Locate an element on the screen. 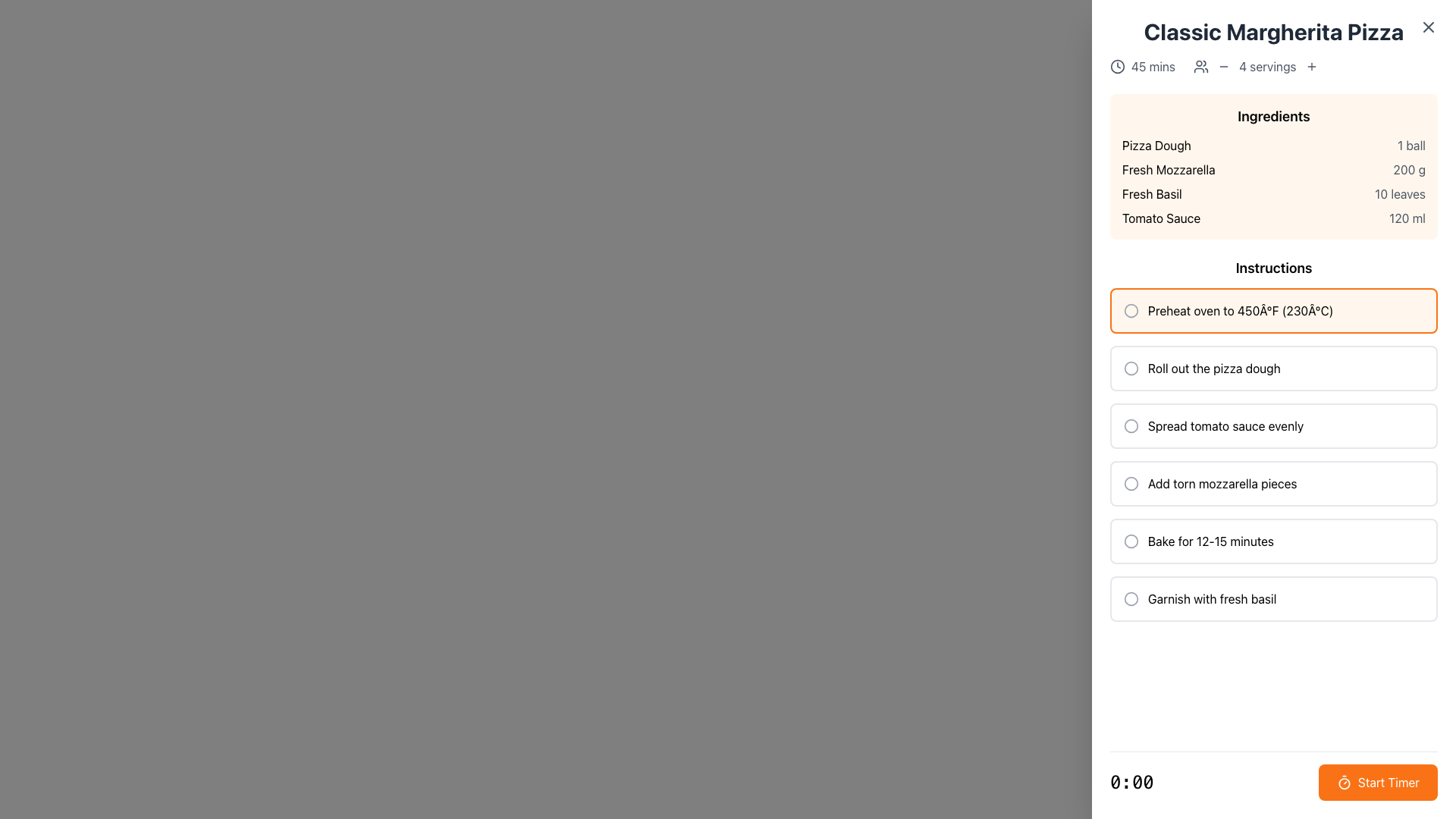 The width and height of the screenshot is (1456, 819). the status indicator icon that signifies the current step in the instruction list for 'Spread tomato sauce evenly' is located at coordinates (1131, 426).